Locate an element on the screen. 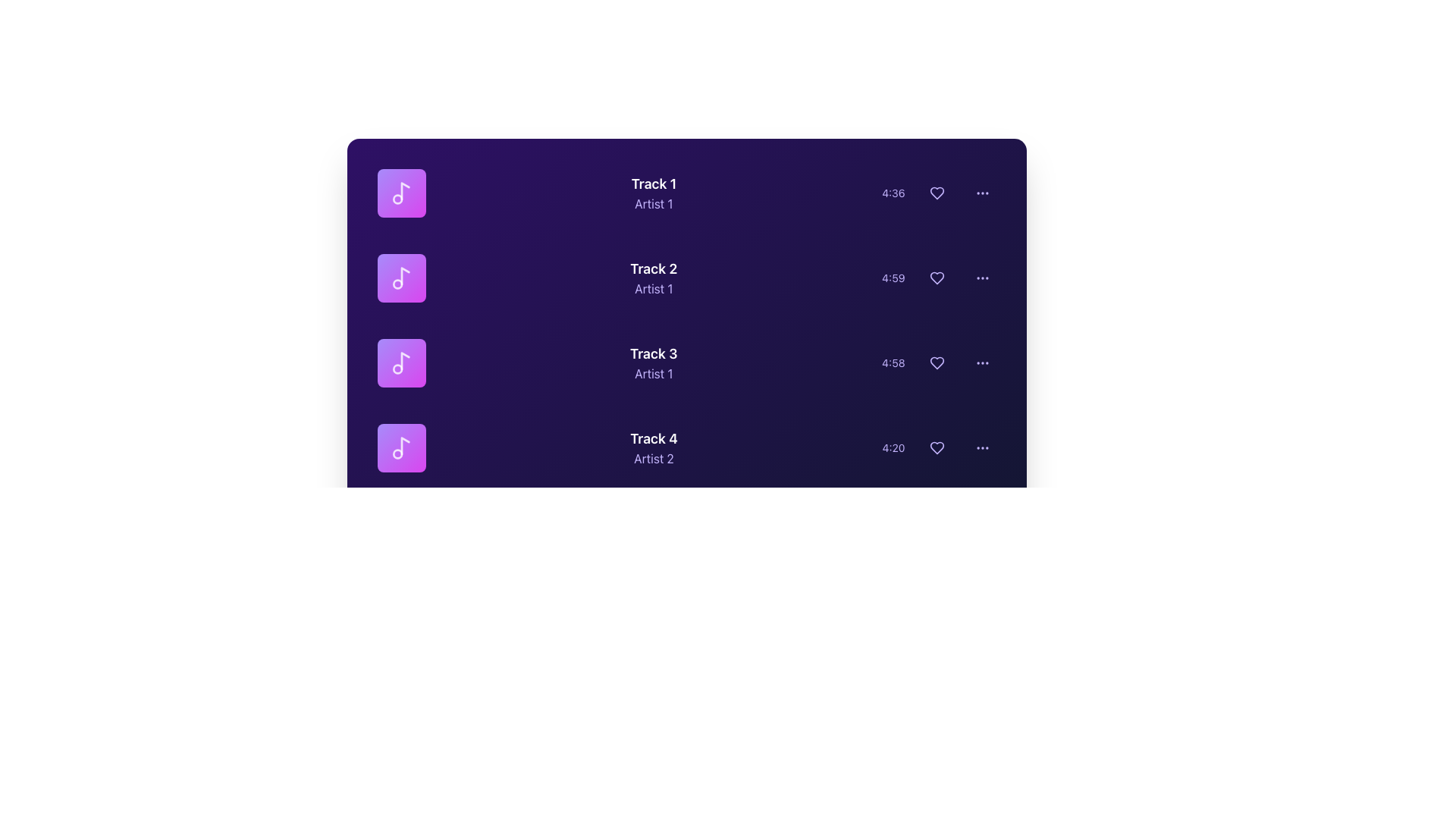 The height and width of the screenshot is (819, 1456). the Text element representing the third entry in the vertical list, which displays the details of a music track between 'Track 2' and 'Track 4' is located at coordinates (654, 362).